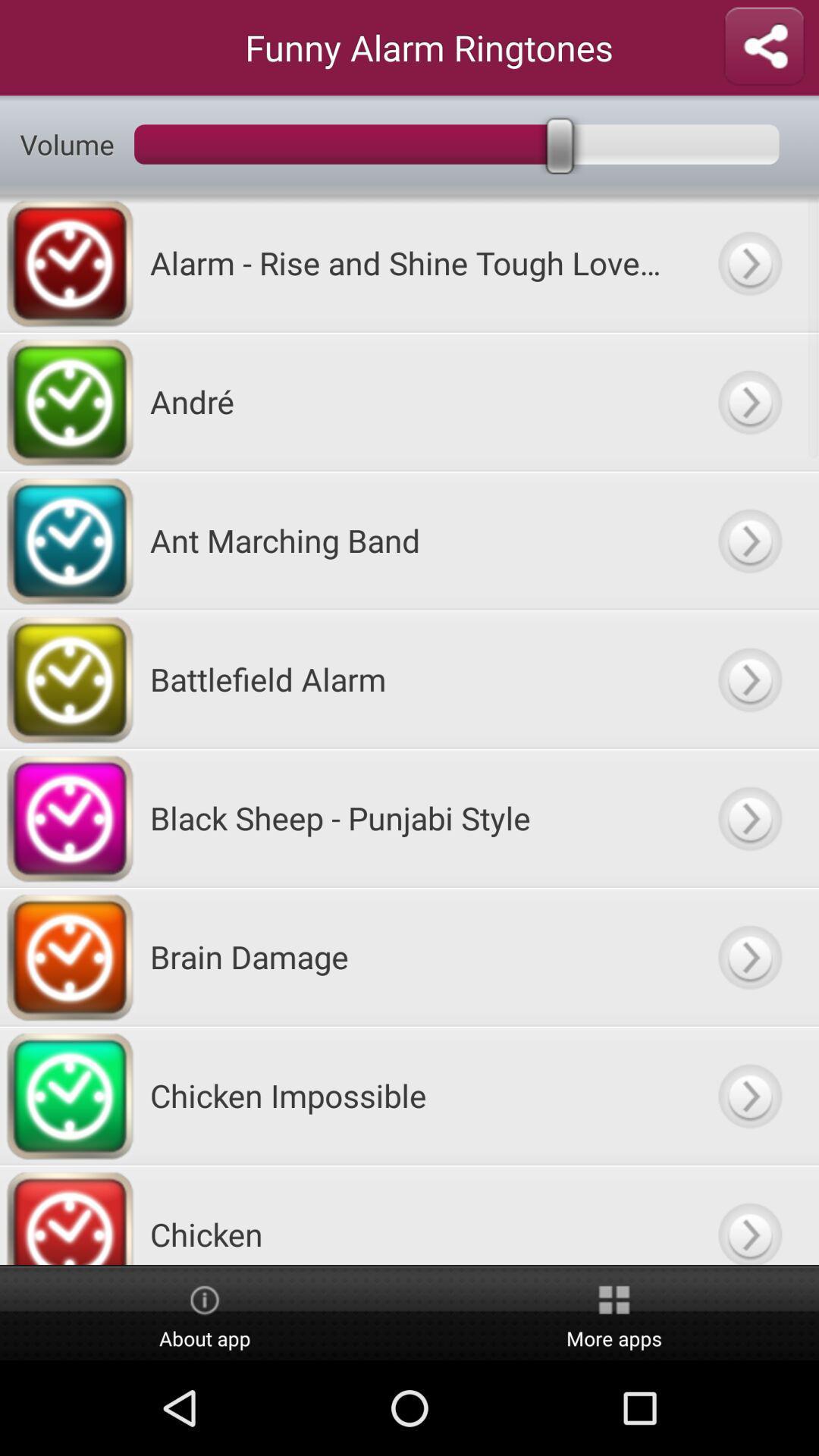 The width and height of the screenshot is (819, 1456). What do you see at coordinates (748, 1215) in the screenshot?
I see `option` at bounding box center [748, 1215].